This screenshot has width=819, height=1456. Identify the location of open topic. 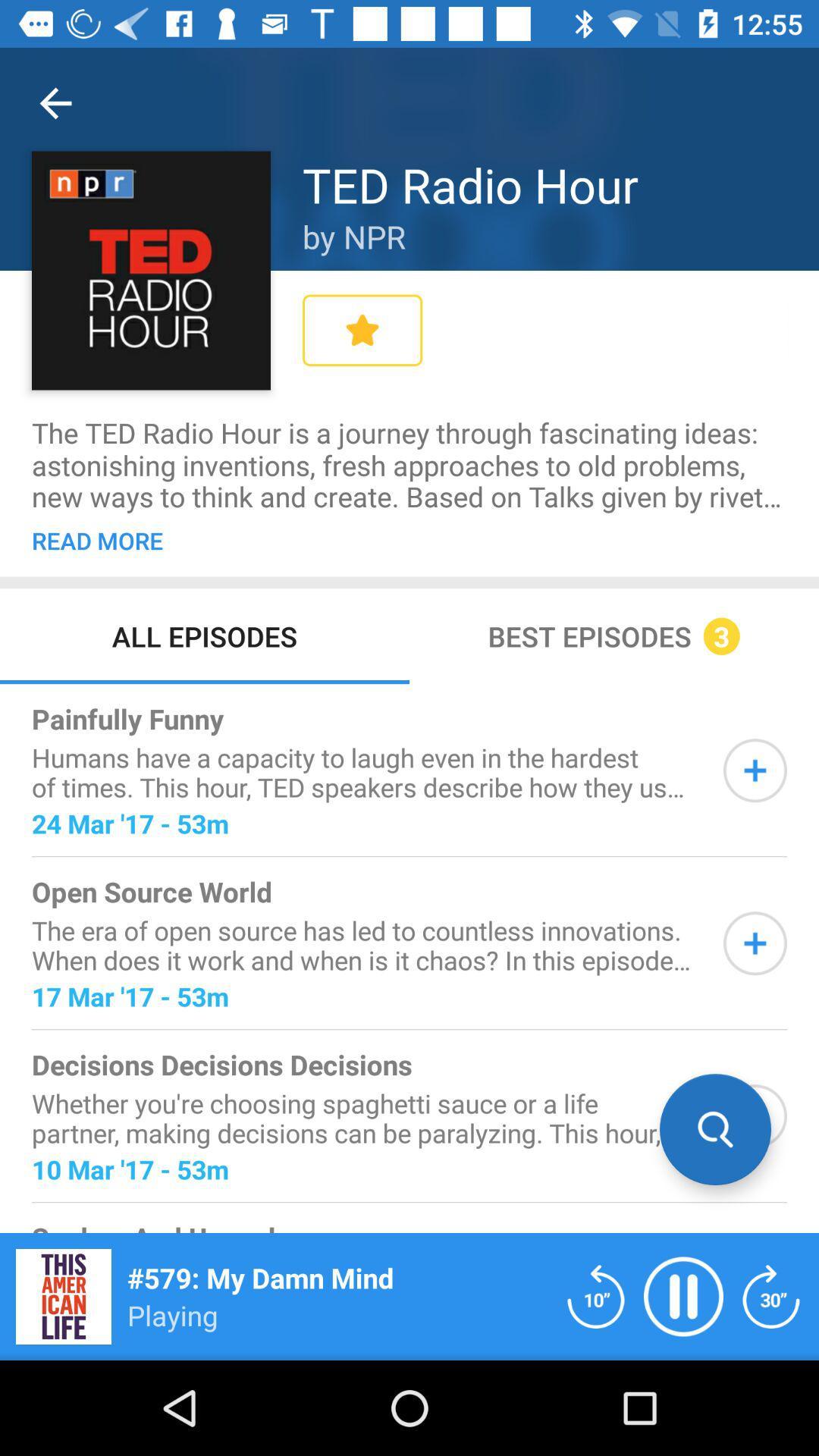
(755, 1116).